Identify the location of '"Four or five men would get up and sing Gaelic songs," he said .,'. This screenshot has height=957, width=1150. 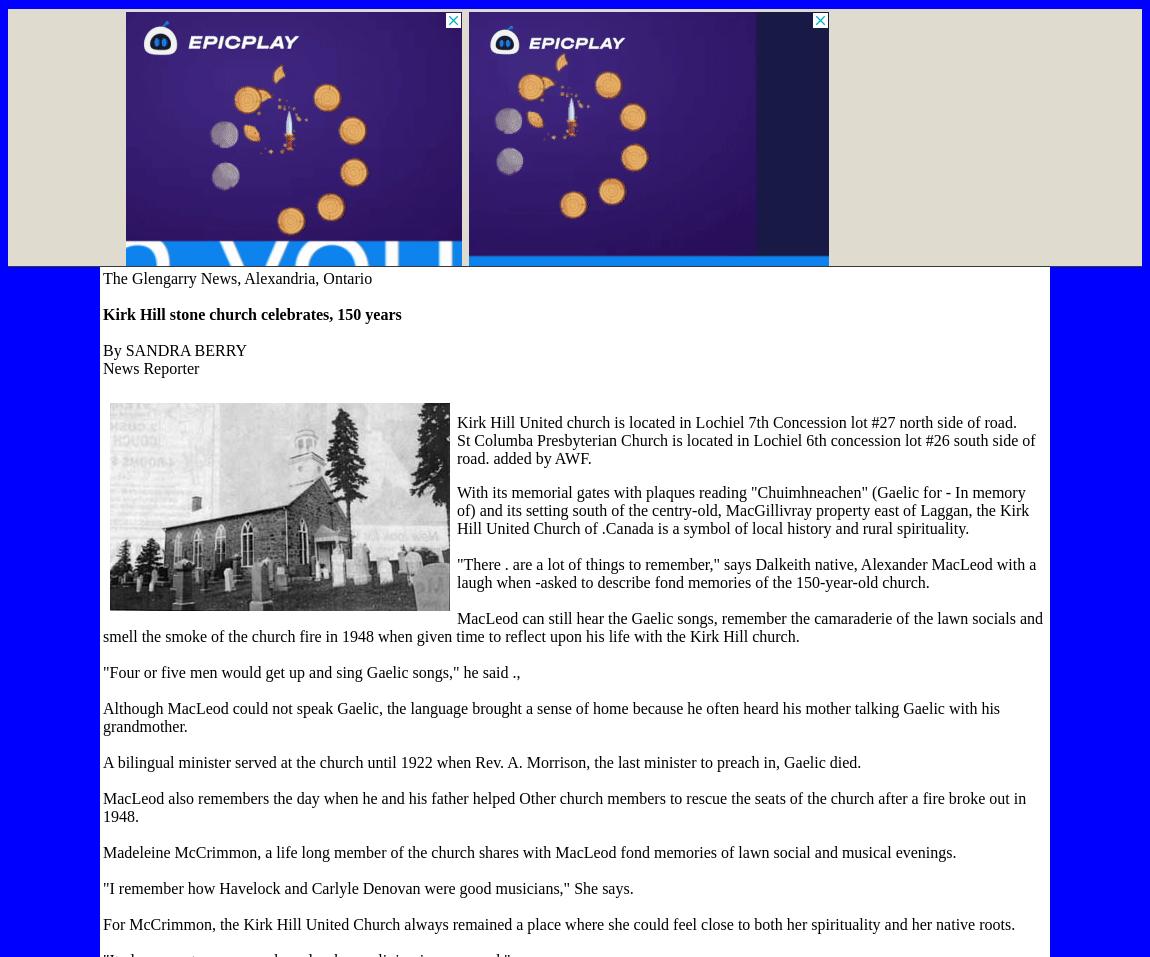
(102, 672).